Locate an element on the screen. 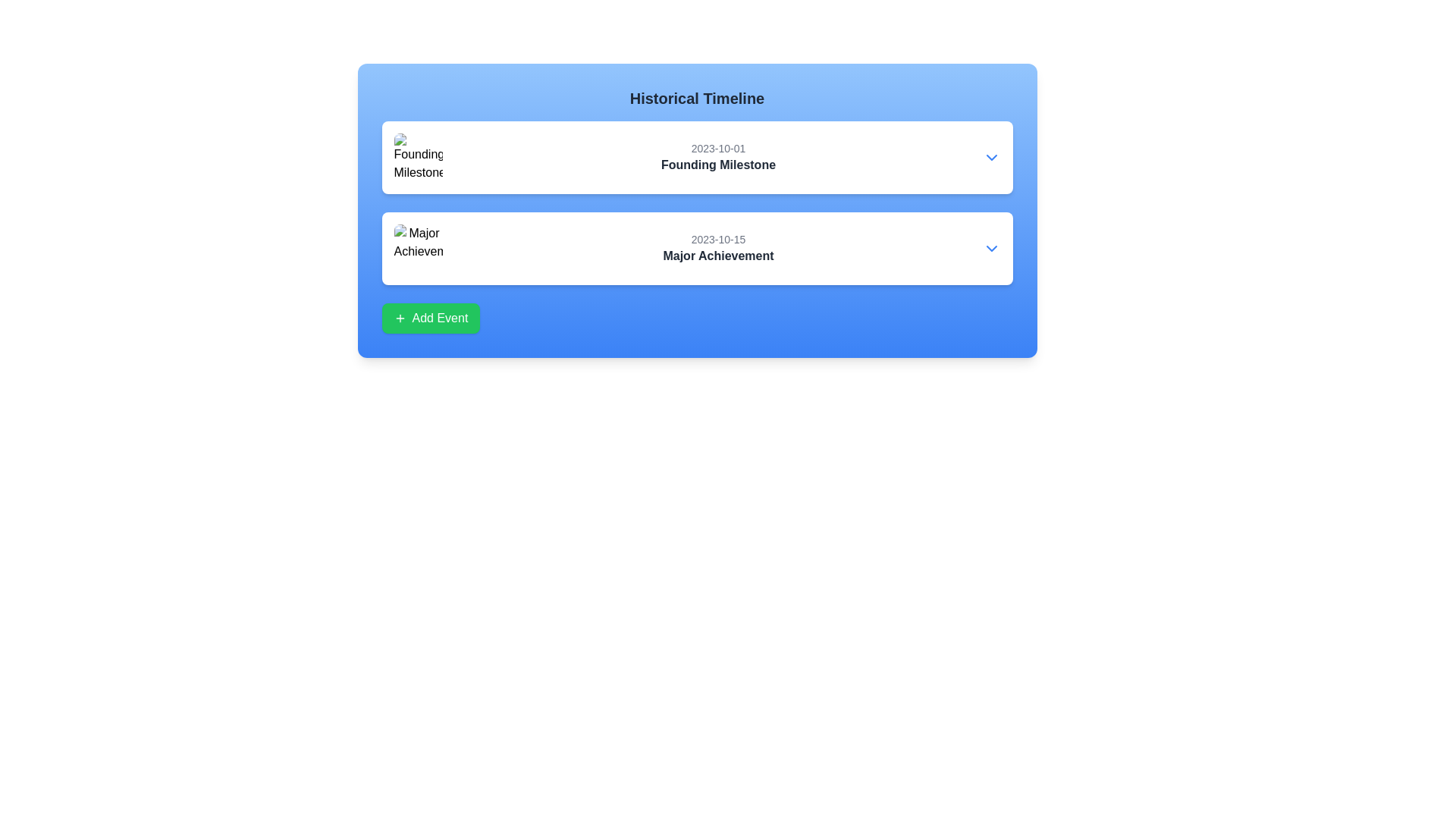 The height and width of the screenshot is (819, 1456). the static text label displaying the date for the 'Founding Milestone' event, which is positioned above the associated text is located at coordinates (717, 149).